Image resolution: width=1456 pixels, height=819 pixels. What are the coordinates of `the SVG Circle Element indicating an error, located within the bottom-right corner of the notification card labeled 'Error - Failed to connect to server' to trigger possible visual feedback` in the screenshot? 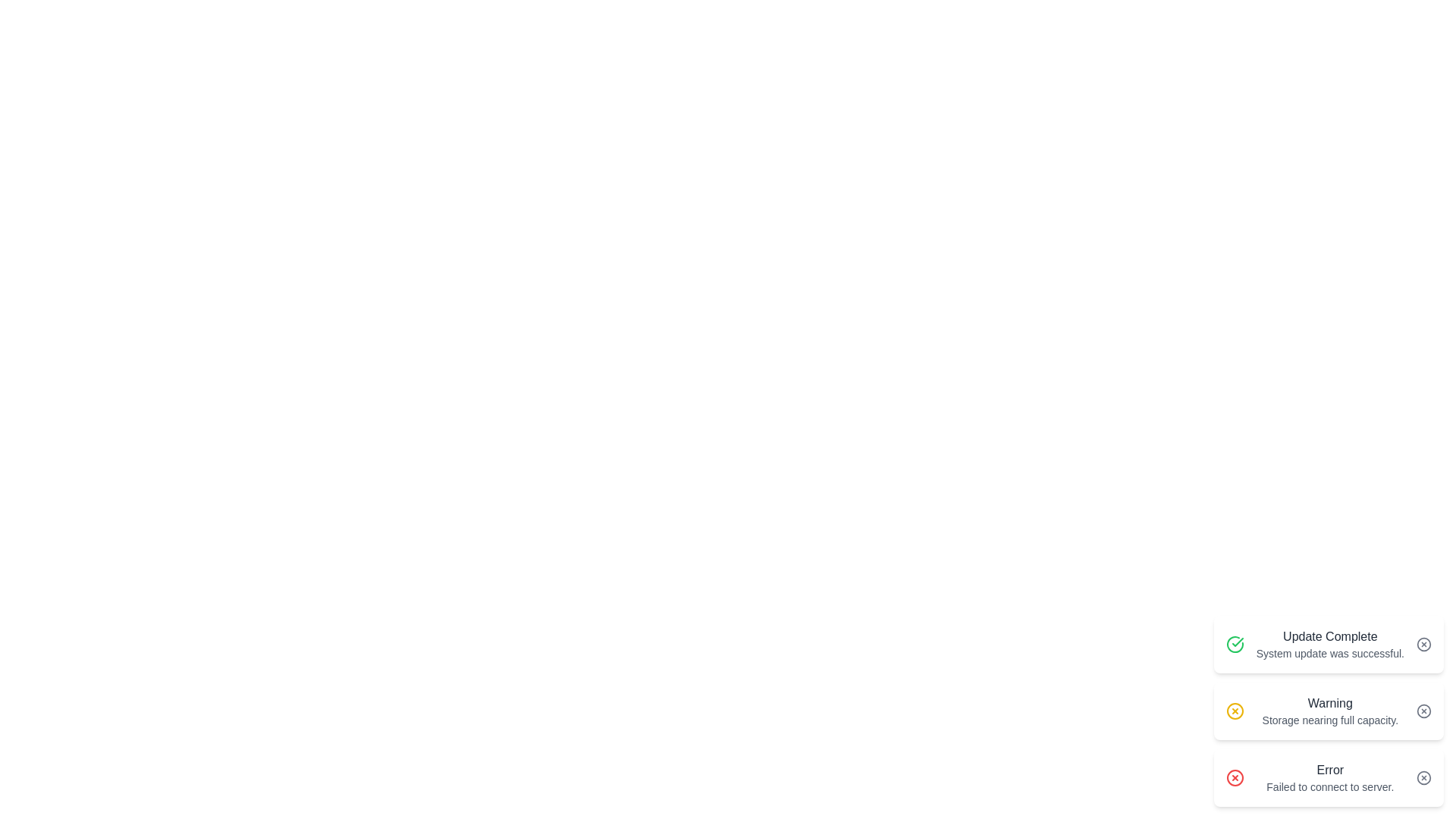 It's located at (1235, 778).